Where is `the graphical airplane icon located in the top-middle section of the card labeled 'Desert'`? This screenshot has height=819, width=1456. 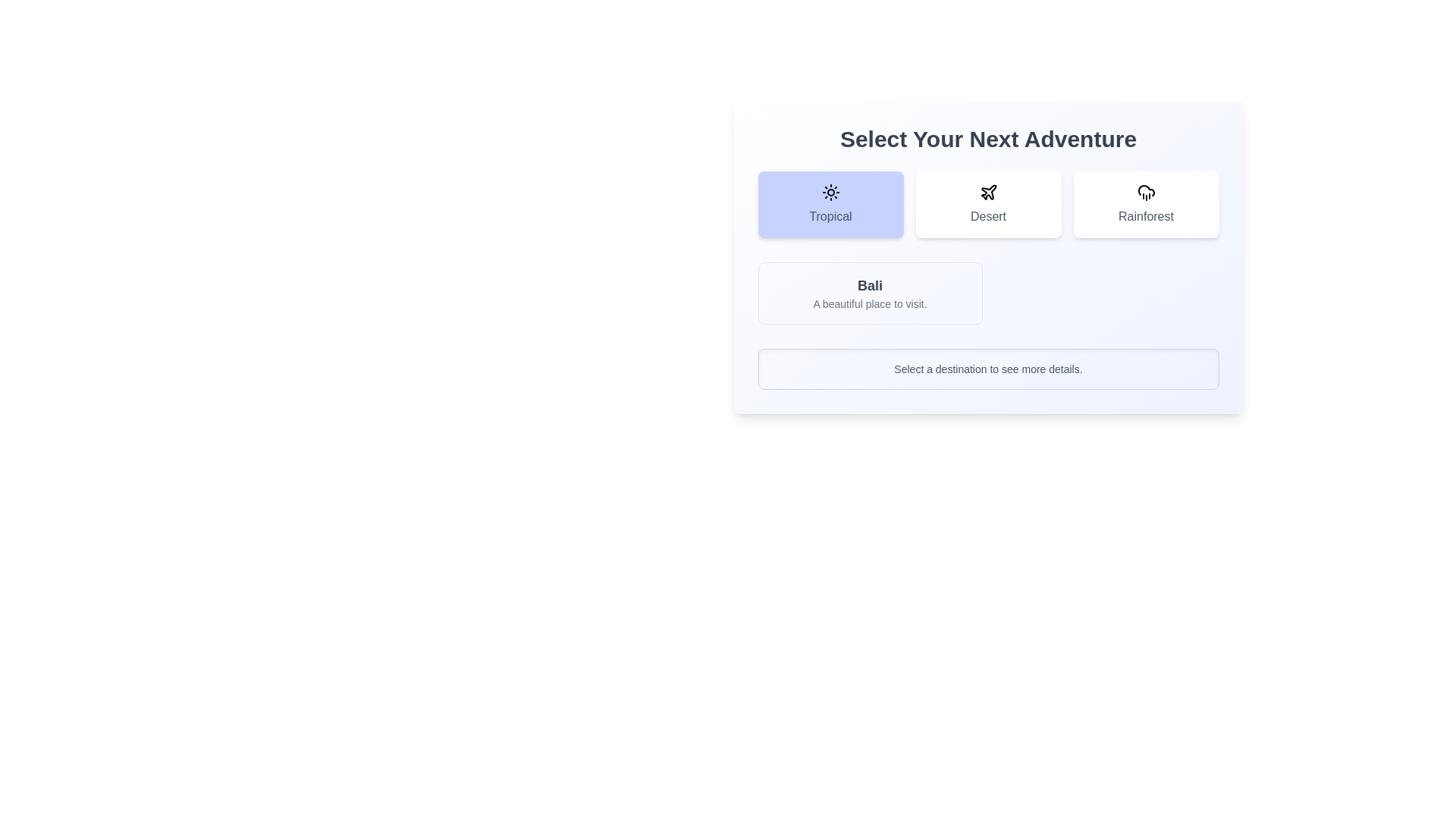 the graphical airplane icon located in the top-middle section of the card labeled 'Desert' is located at coordinates (988, 192).